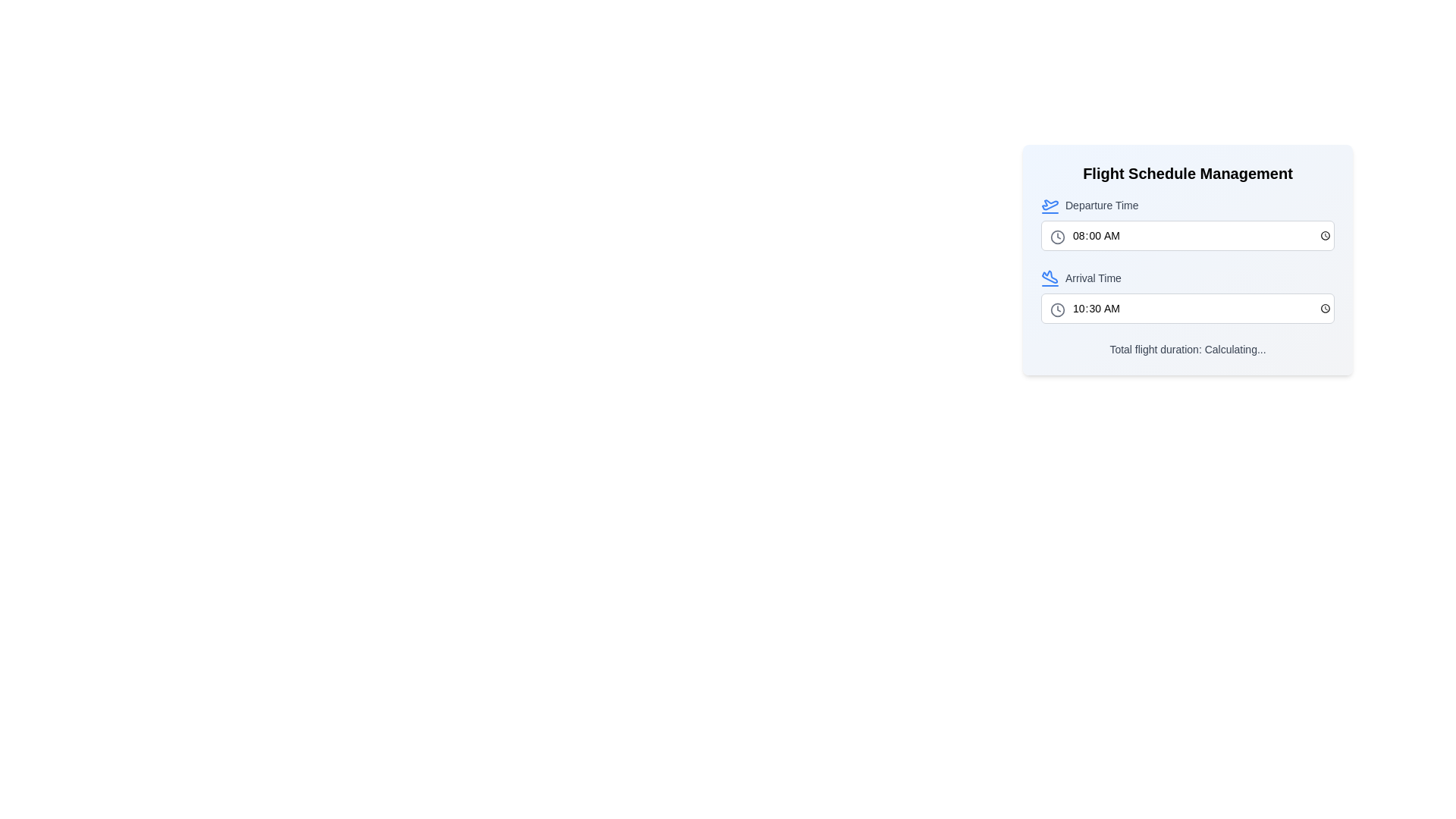 The width and height of the screenshot is (1456, 819). What do you see at coordinates (1057, 309) in the screenshot?
I see `the decorative circle element that is part of the clock icon, located centrally within the clock icon adjacent to the 'Arrival Time' input field` at bounding box center [1057, 309].